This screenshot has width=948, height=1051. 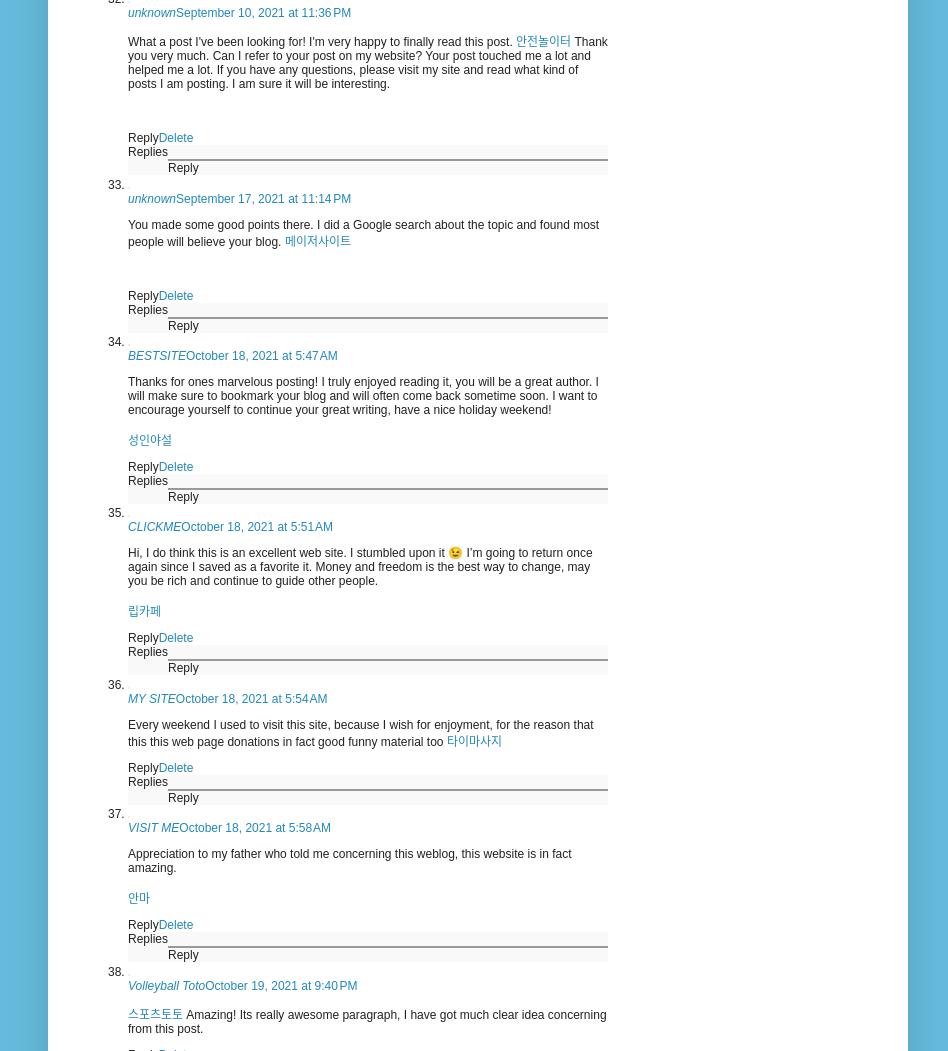 I want to click on 'Every weekend I used to visit this site, because I wish for enjoyment, for the reason that this this web page donations in fact good funny material too', so click(x=359, y=732).